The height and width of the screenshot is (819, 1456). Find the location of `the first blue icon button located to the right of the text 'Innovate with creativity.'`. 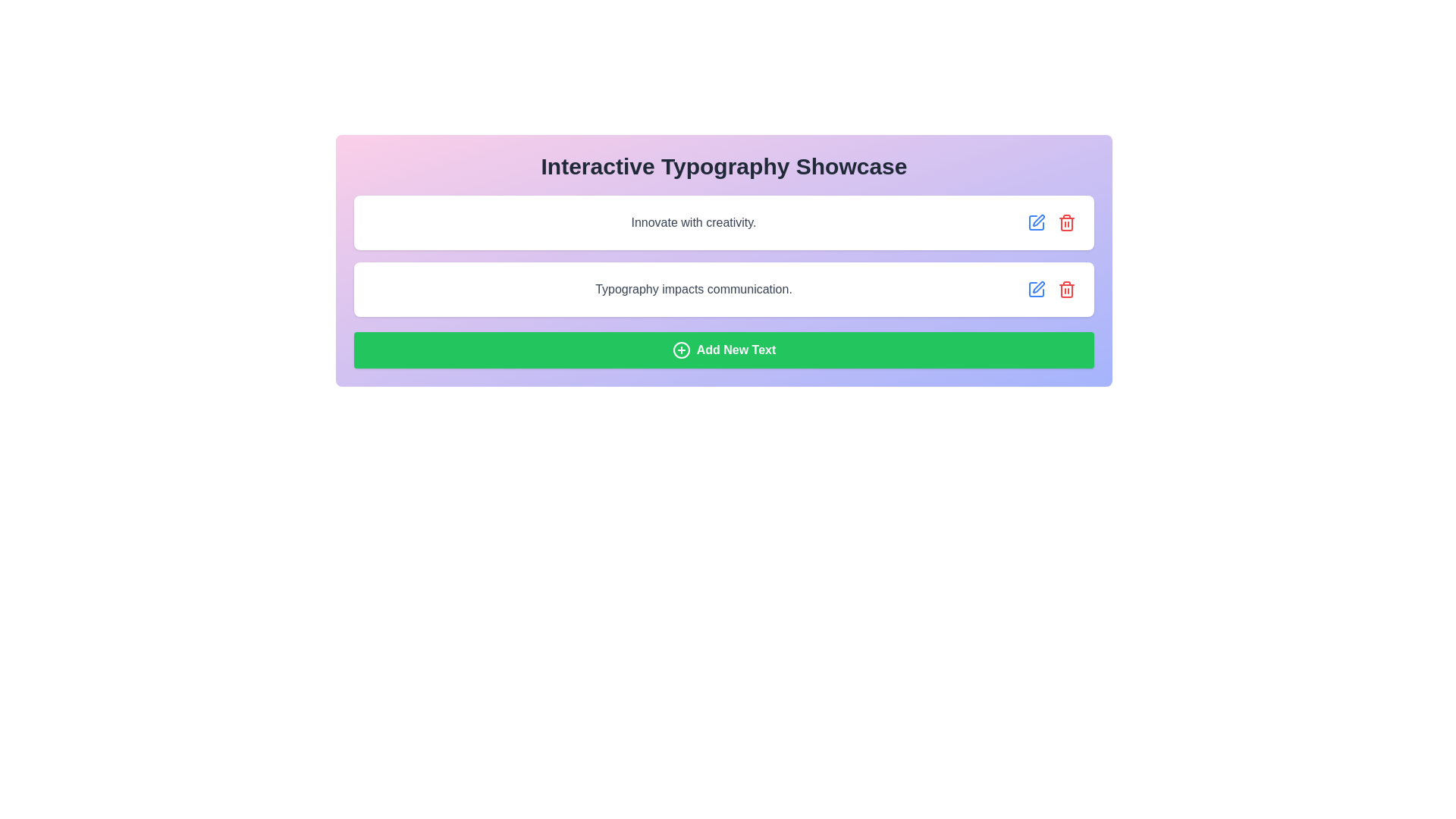

the first blue icon button located to the right of the text 'Innovate with creativity.' is located at coordinates (1036, 222).